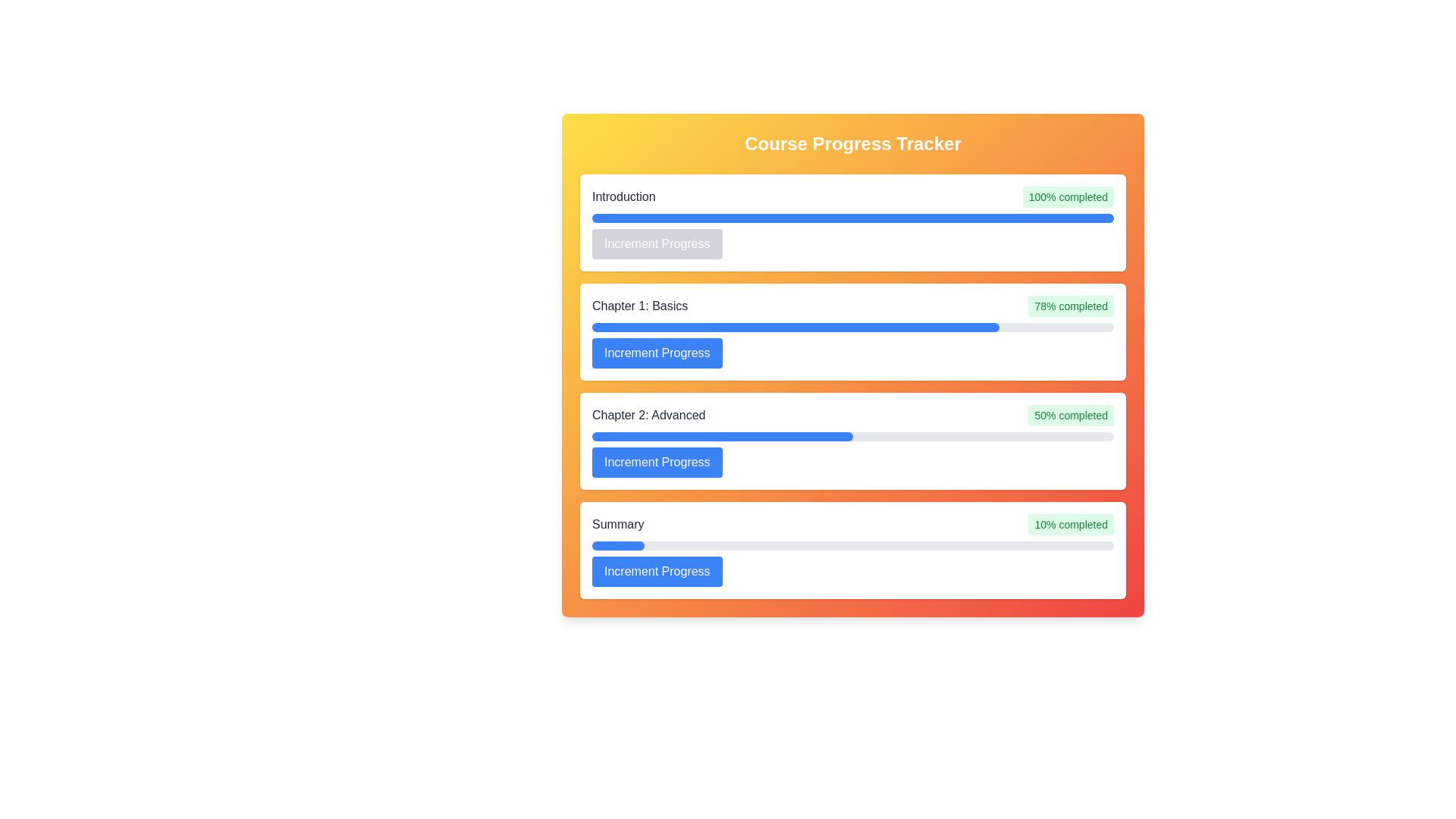  What do you see at coordinates (852, 222) in the screenshot?
I see `the Progress Tracker Module located just below the 'Course Progress Tracker' header` at bounding box center [852, 222].